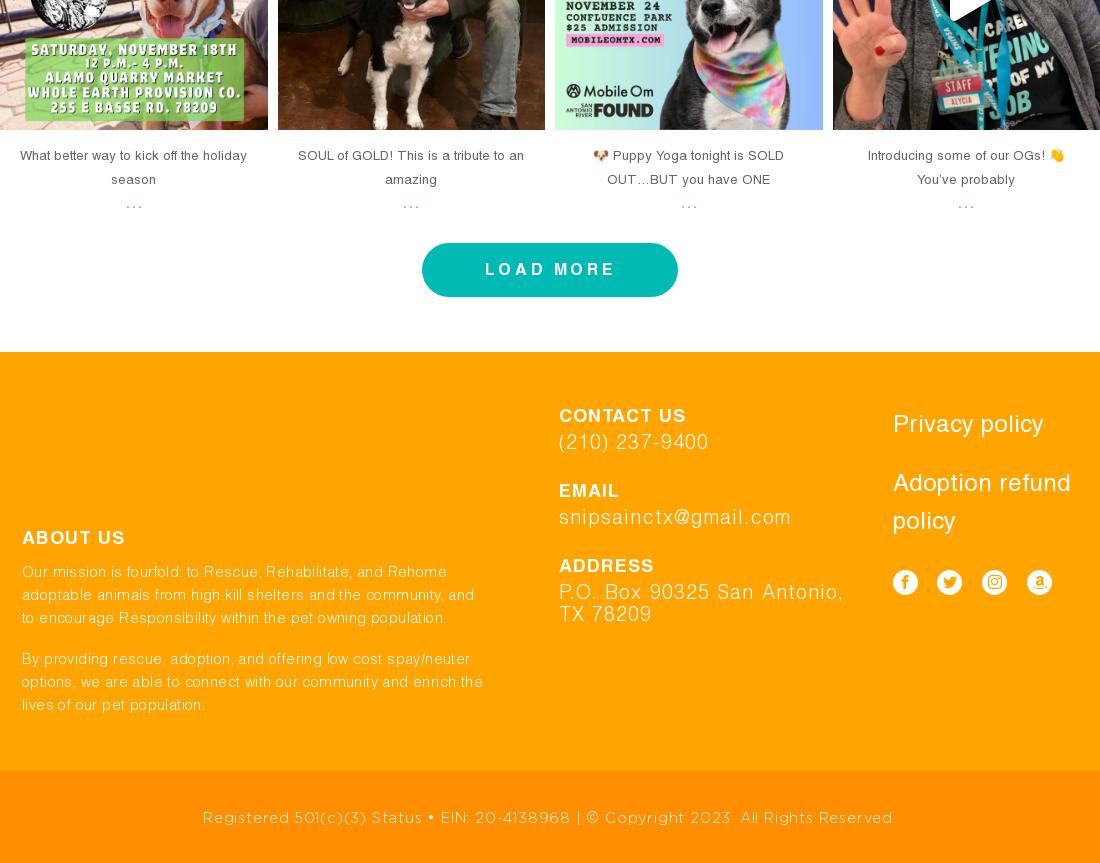 The height and width of the screenshot is (863, 1100). I want to click on 'Registered 501(c)(3) Status • EIN: 20-4138968 | © Copyright 2023. All Rights Reserved.', so click(549, 815).